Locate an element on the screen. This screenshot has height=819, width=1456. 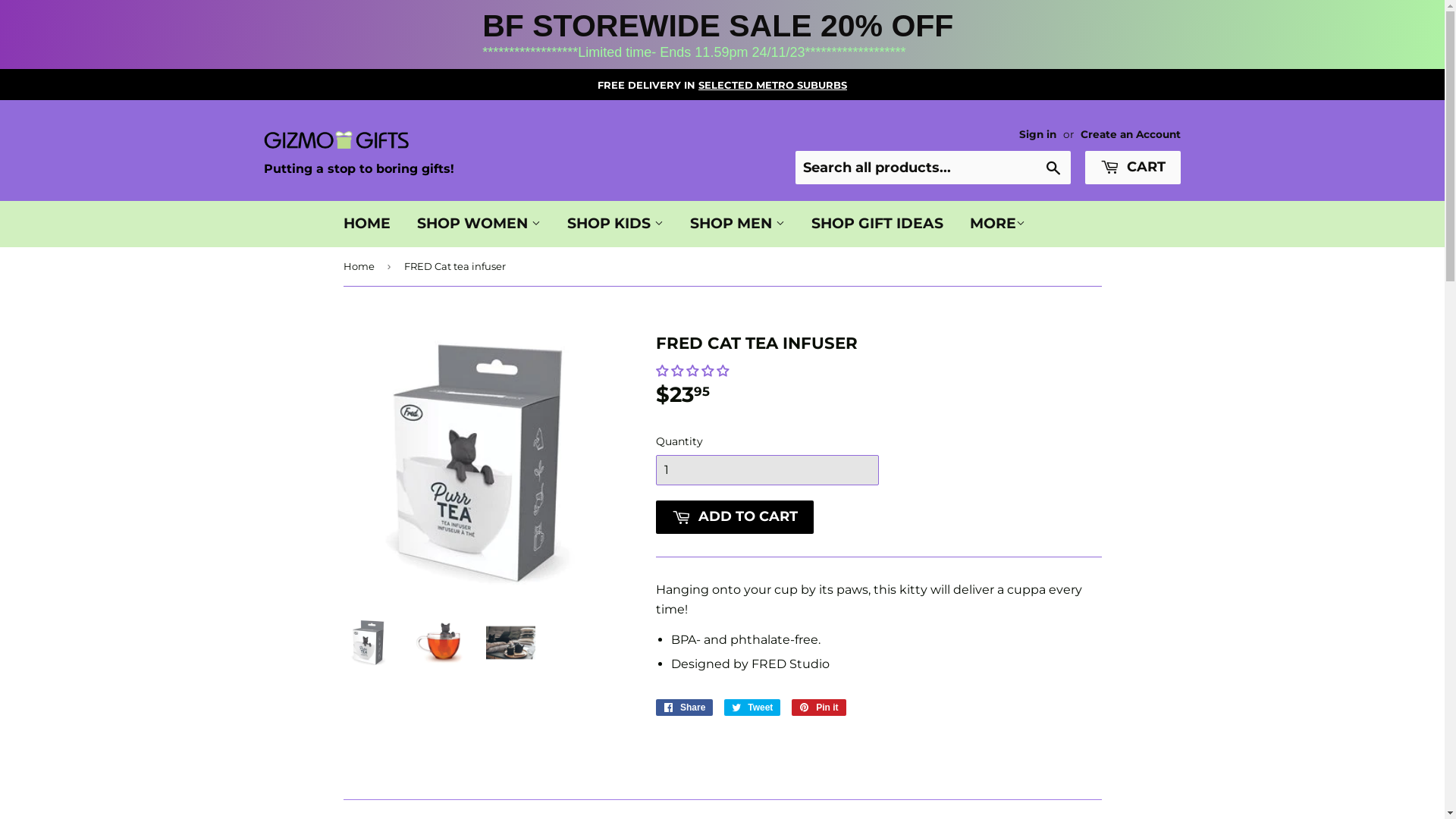
'Create an Account' is located at coordinates (1131, 133).